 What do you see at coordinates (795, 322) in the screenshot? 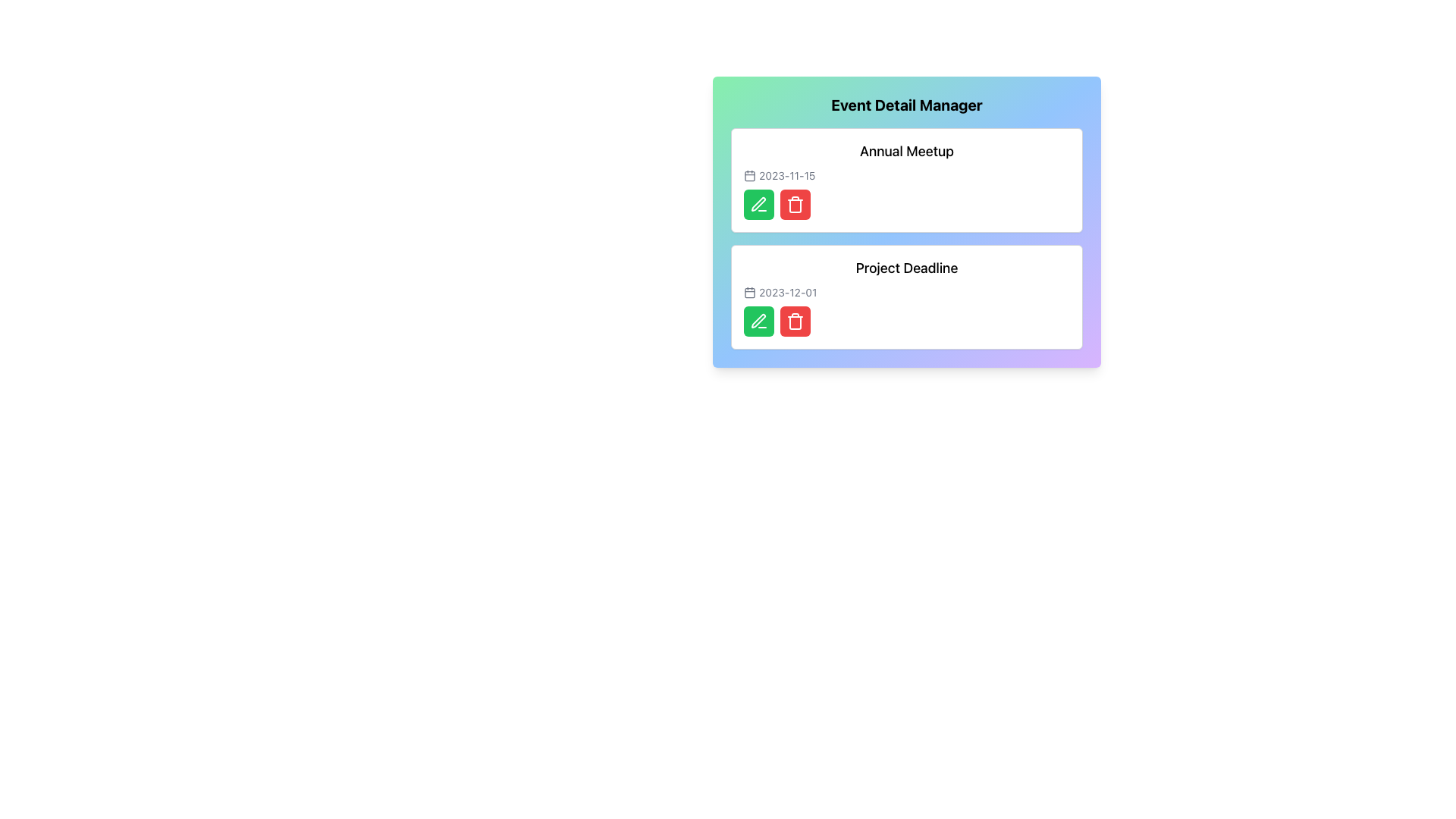
I see `the red trash icon located in the right section of the event card` at bounding box center [795, 322].